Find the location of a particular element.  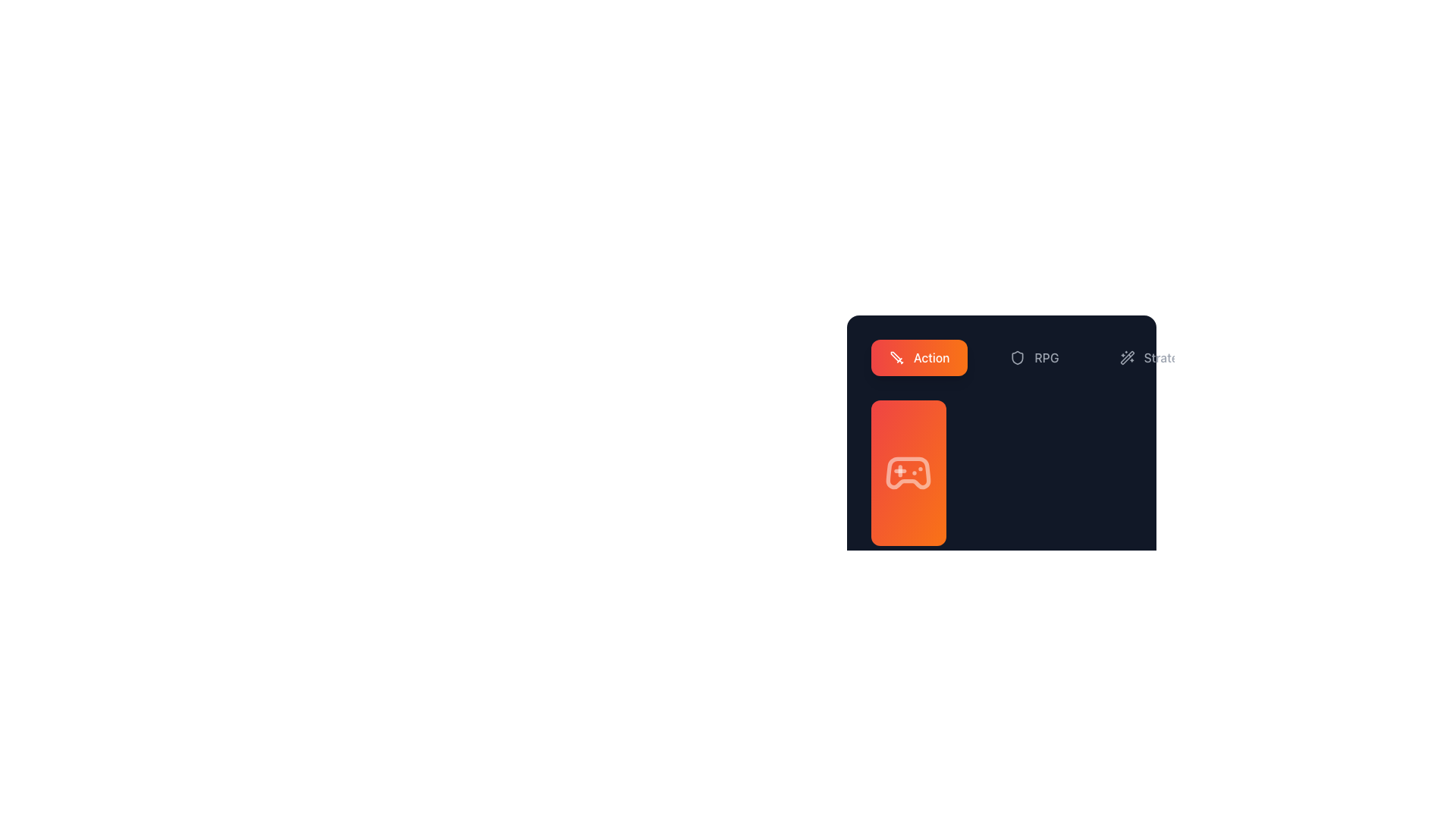

the gamepad icon, which is styled in light, semi-transparent white and located within a highlighted panel with a gradient orange background, situated below the 'Action' button in the center-left part of the interface is located at coordinates (908, 472).